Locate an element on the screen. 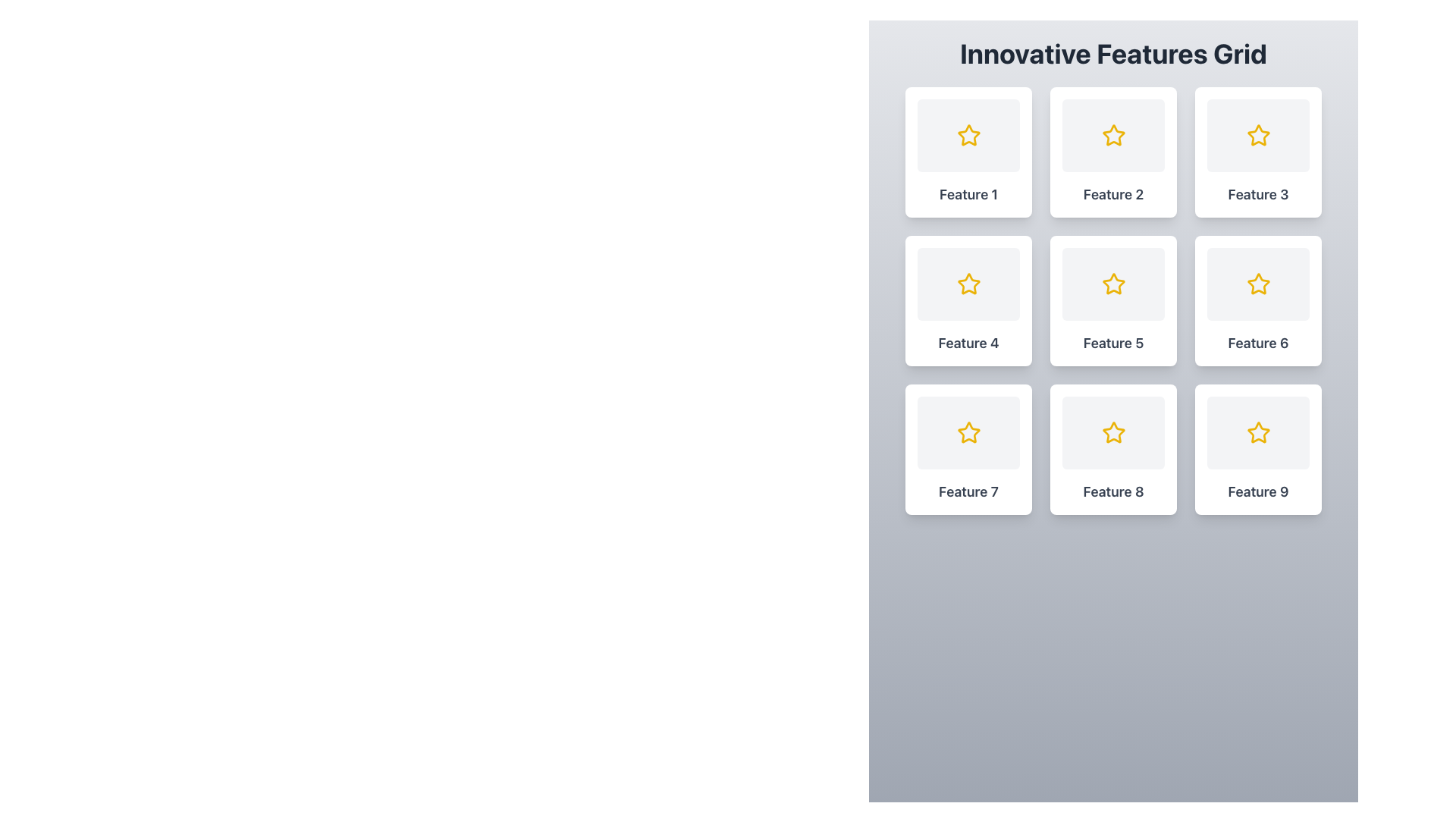  the 'Feature 3' card, which is a white rectangular card with rounded corners and a yellow star icon, located in the top-right corner of the grid layout is located at coordinates (1258, 152).